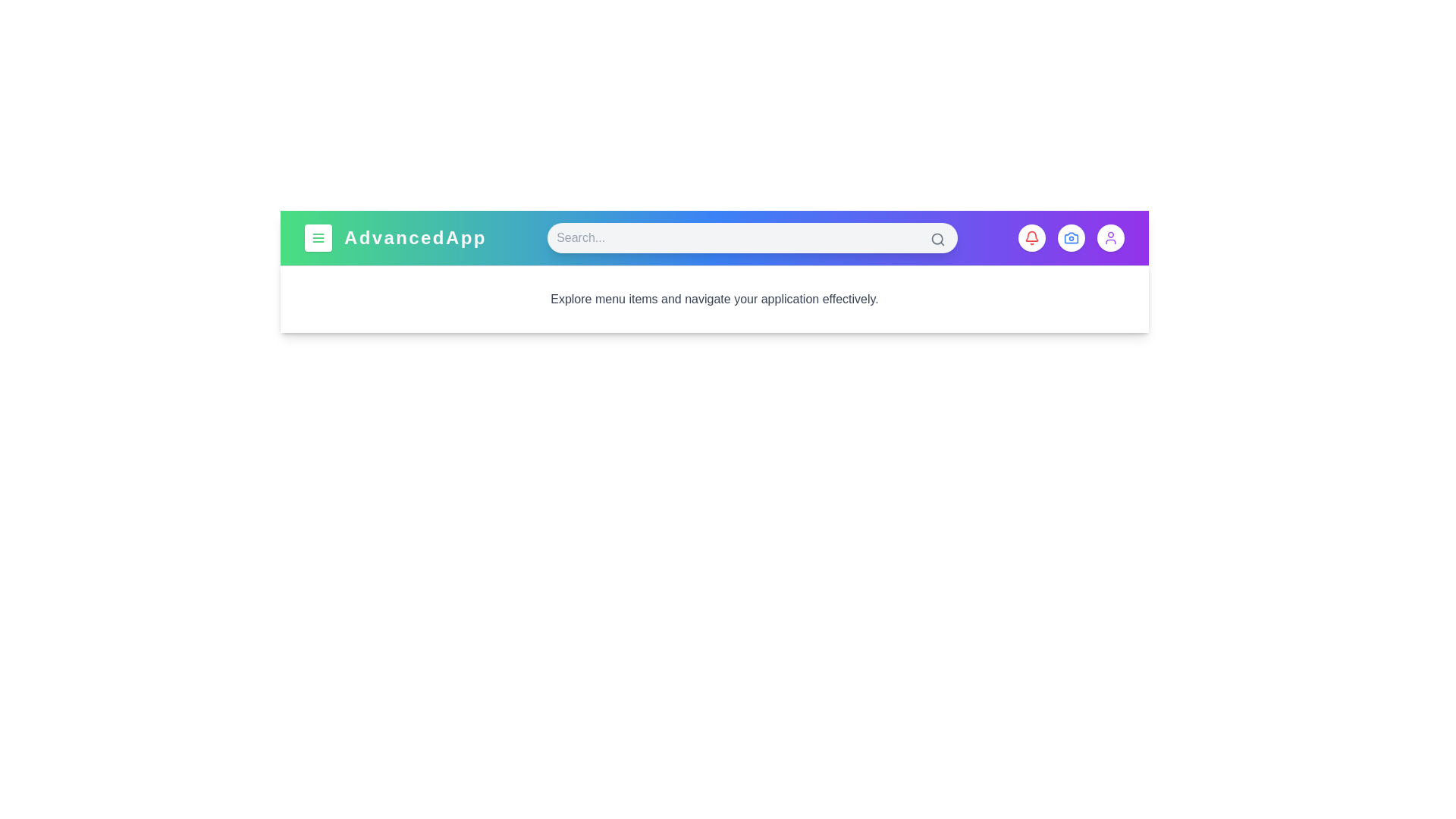 This screenshot has width=1456, height=819. What do you see at coordinates (1031, 237) in the screenshot?
I see `the notification button to interact with it` at bounding box center [1031, 237].